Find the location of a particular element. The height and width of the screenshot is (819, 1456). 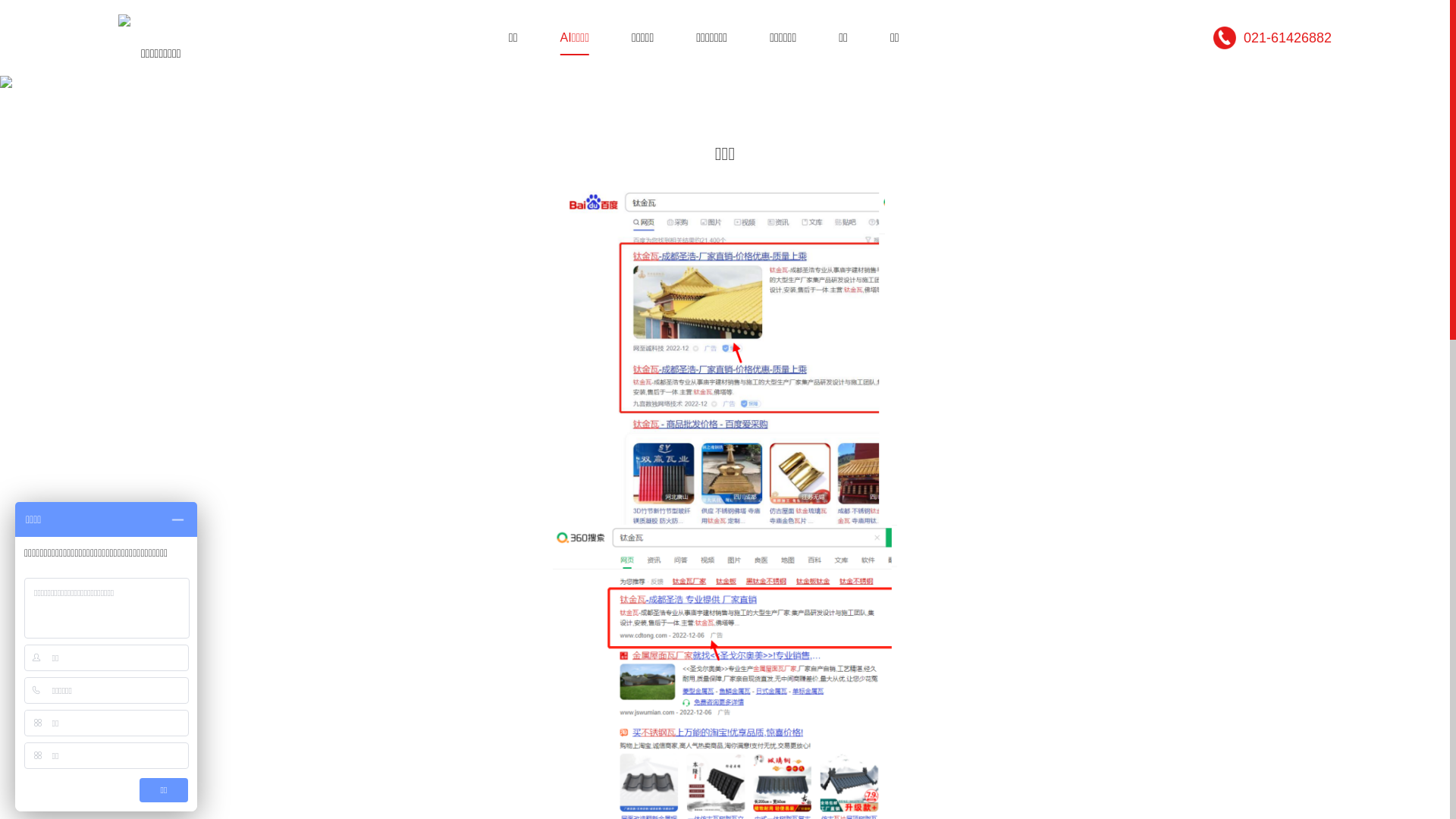

'021-61426882' is located at coordinates (1272, 37).